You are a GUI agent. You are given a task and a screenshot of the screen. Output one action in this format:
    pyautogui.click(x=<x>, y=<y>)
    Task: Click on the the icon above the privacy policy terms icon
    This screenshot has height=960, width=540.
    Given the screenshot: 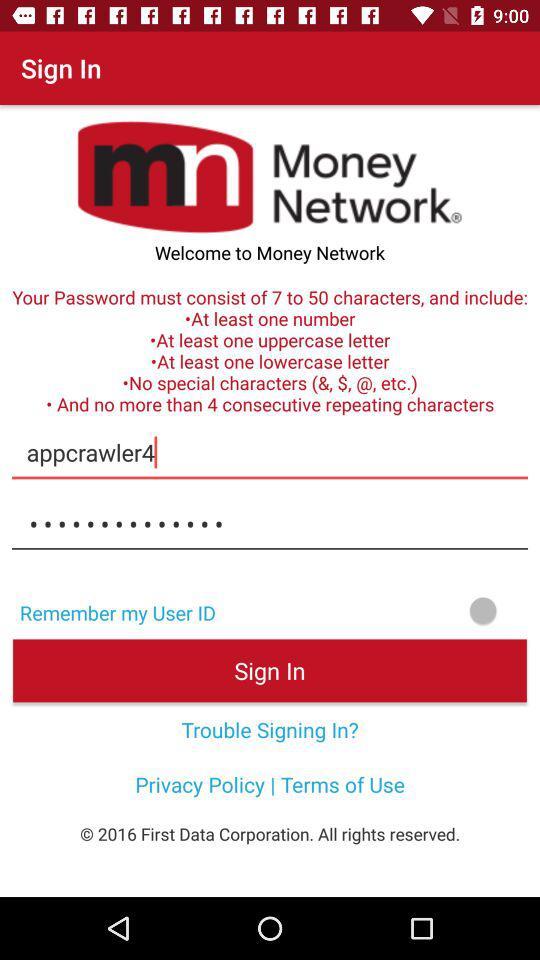 What is the action you would take?
    pyautogui.click(x=270, y=728)
    